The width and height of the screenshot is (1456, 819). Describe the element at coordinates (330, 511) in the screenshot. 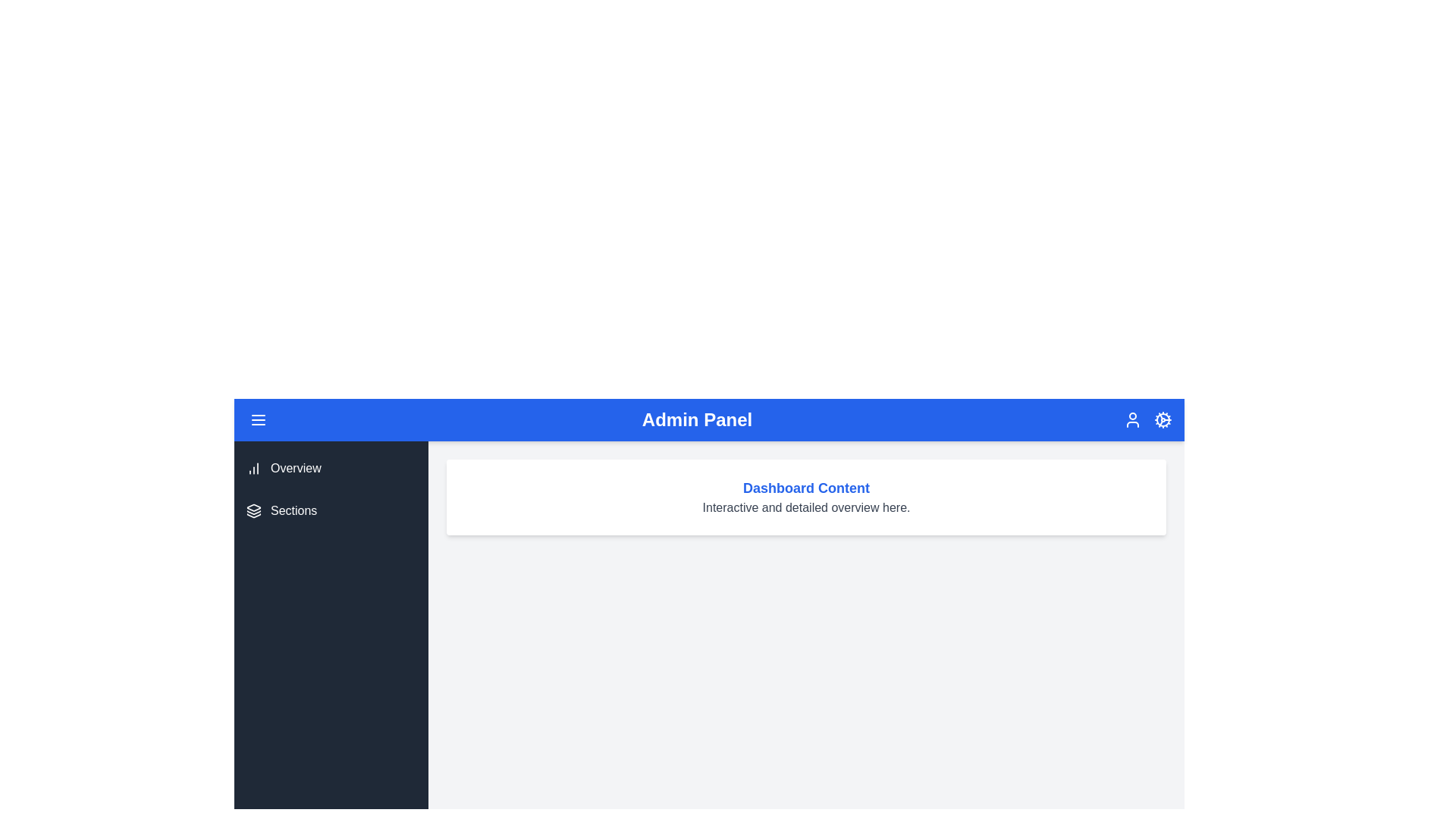

I see `the menu item Sections to preview its interaction` at that location.